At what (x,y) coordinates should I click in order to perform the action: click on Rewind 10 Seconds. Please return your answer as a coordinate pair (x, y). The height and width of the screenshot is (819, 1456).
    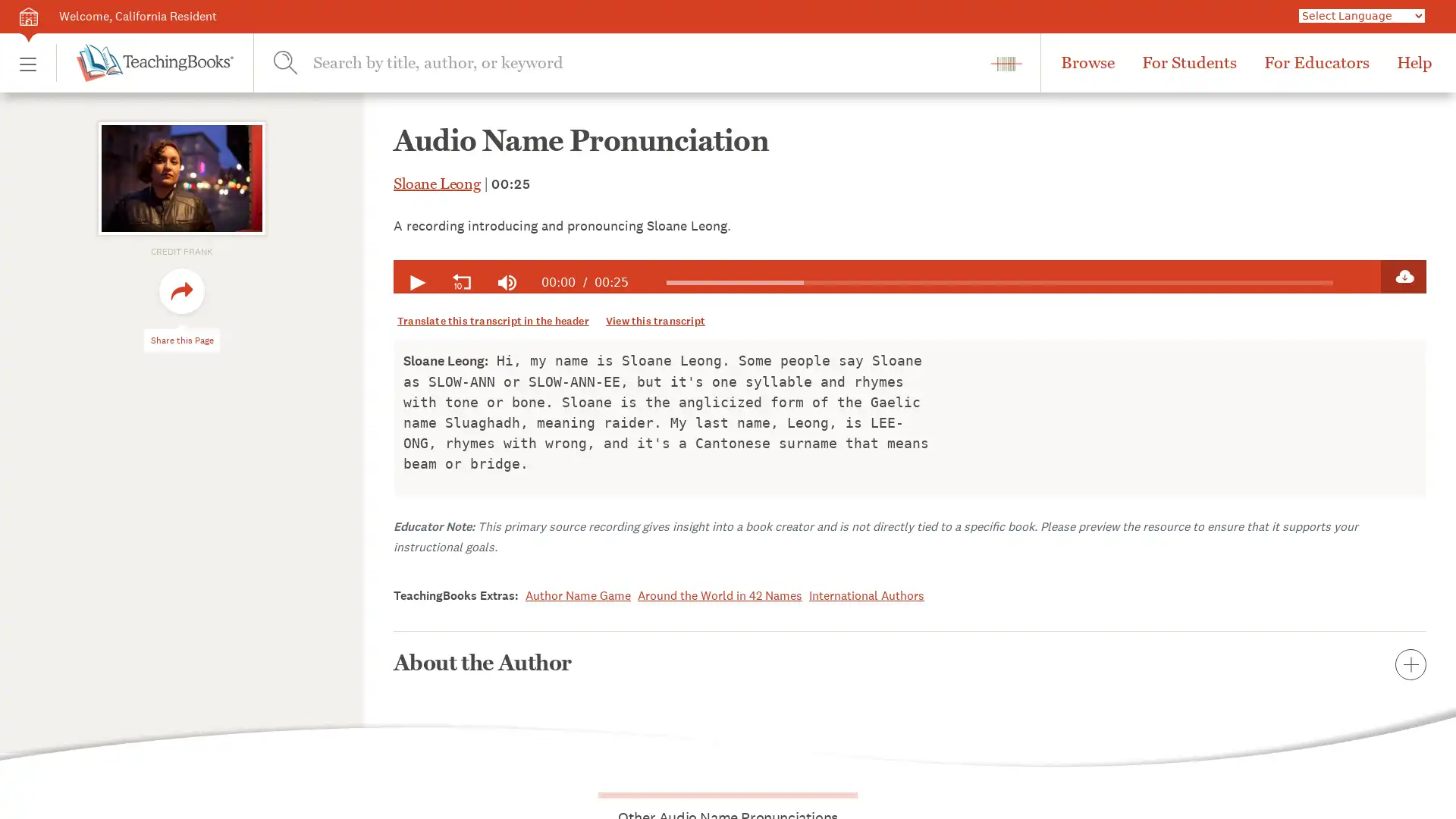
    Looking at the image, I should click on (461, 283).